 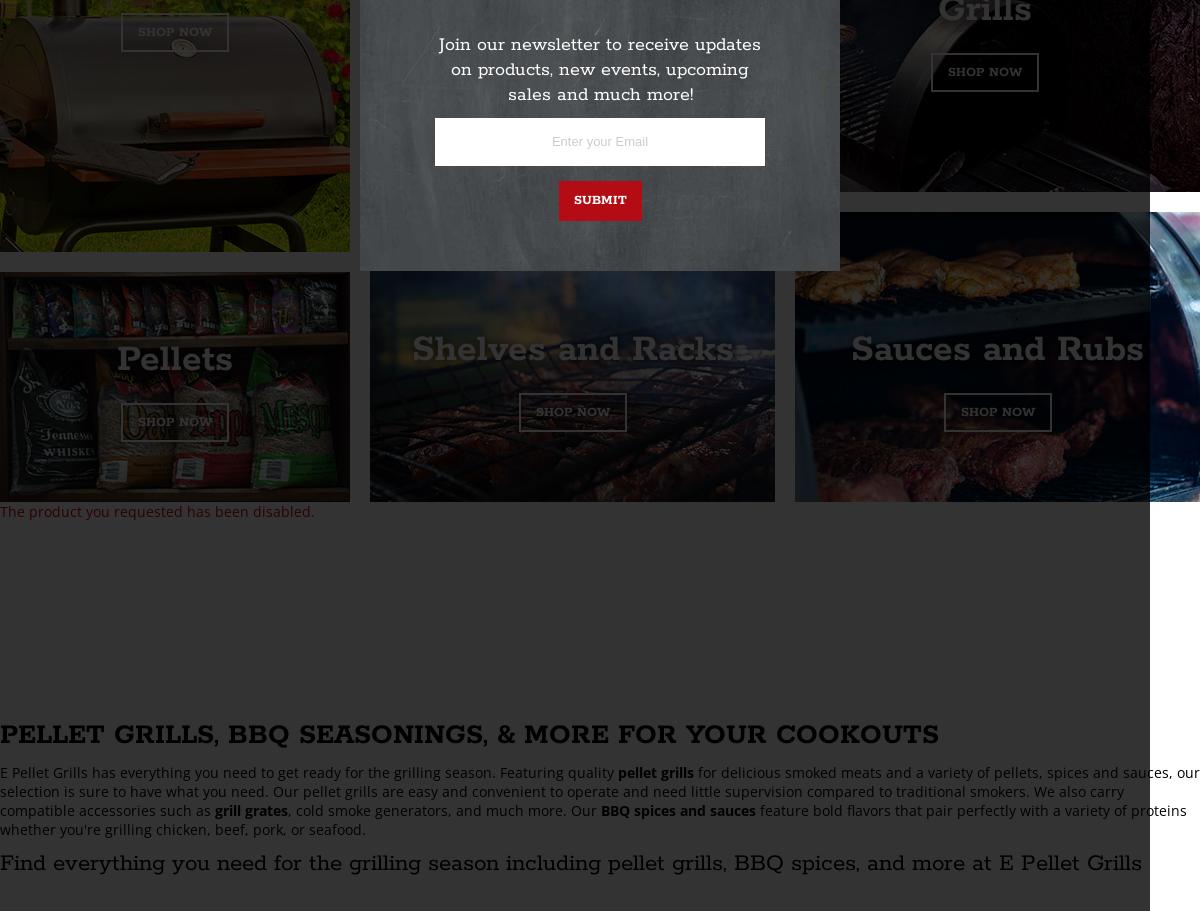 What do you see at coordinates (572, 199) in the screenshot?
I see `'Submit'` at bounding box center [572, 199].